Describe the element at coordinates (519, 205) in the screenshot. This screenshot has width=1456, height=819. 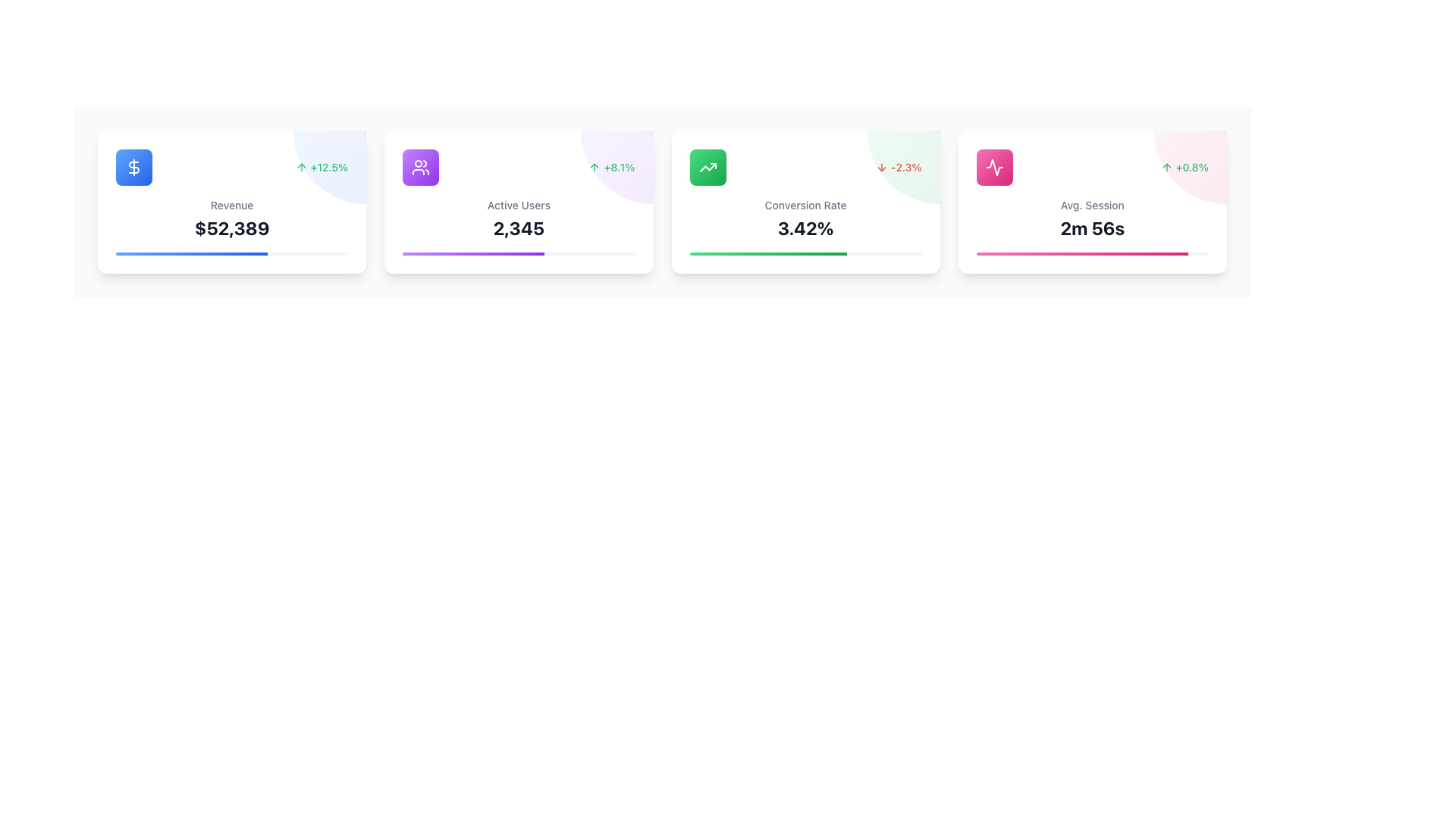
I see `'Active Users' label displayed in gray font above the number '2,345' within the second card of a horizontally aligned group of four on the dashboard` at that location.